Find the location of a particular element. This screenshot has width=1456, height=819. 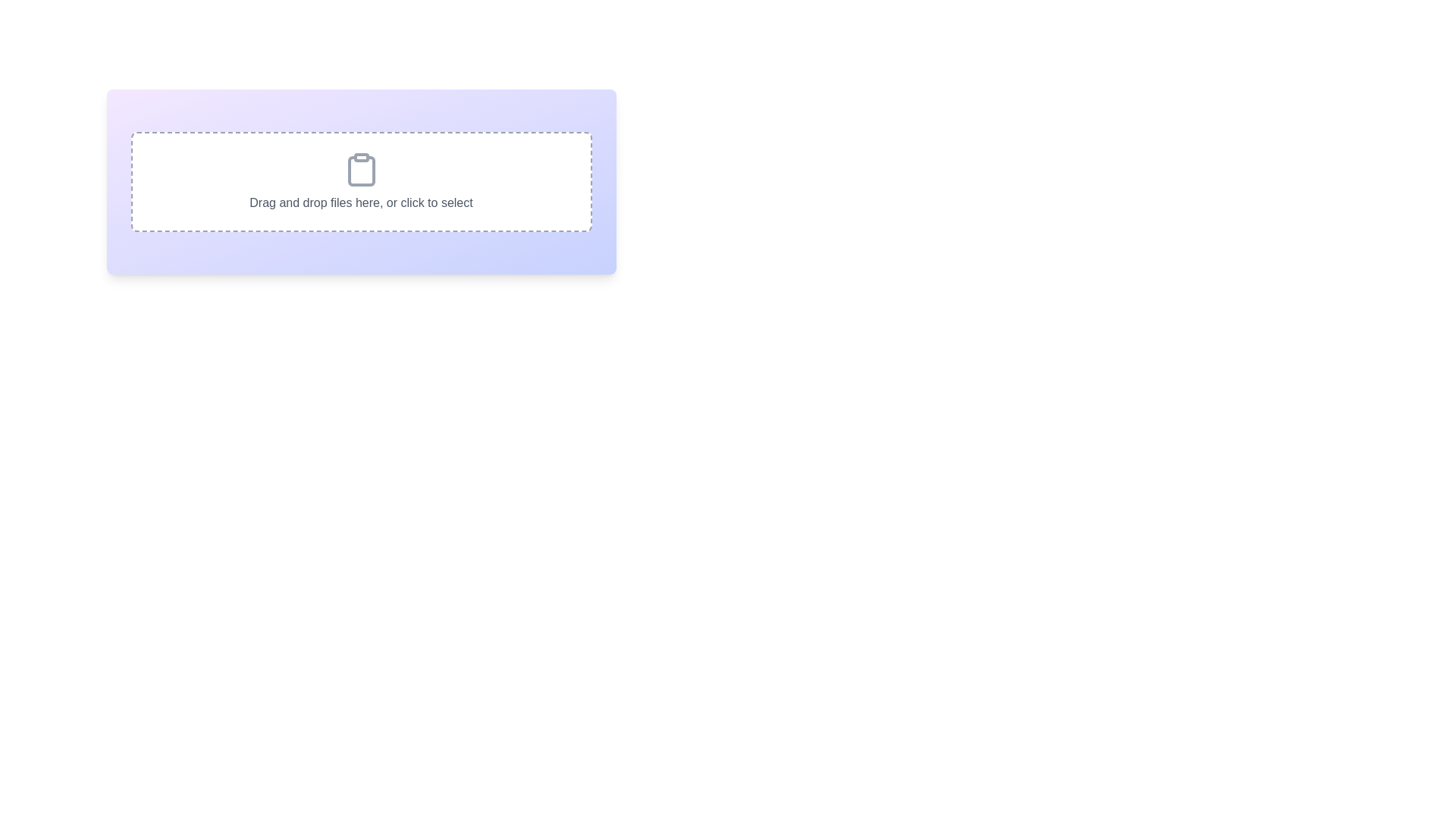

the clipboard icon, which is a light gray SVG icon with a rectangular body and a clip cutout, located above the text 'Drag and drop files here, or click to select.' is located at coordinates (360, 169).